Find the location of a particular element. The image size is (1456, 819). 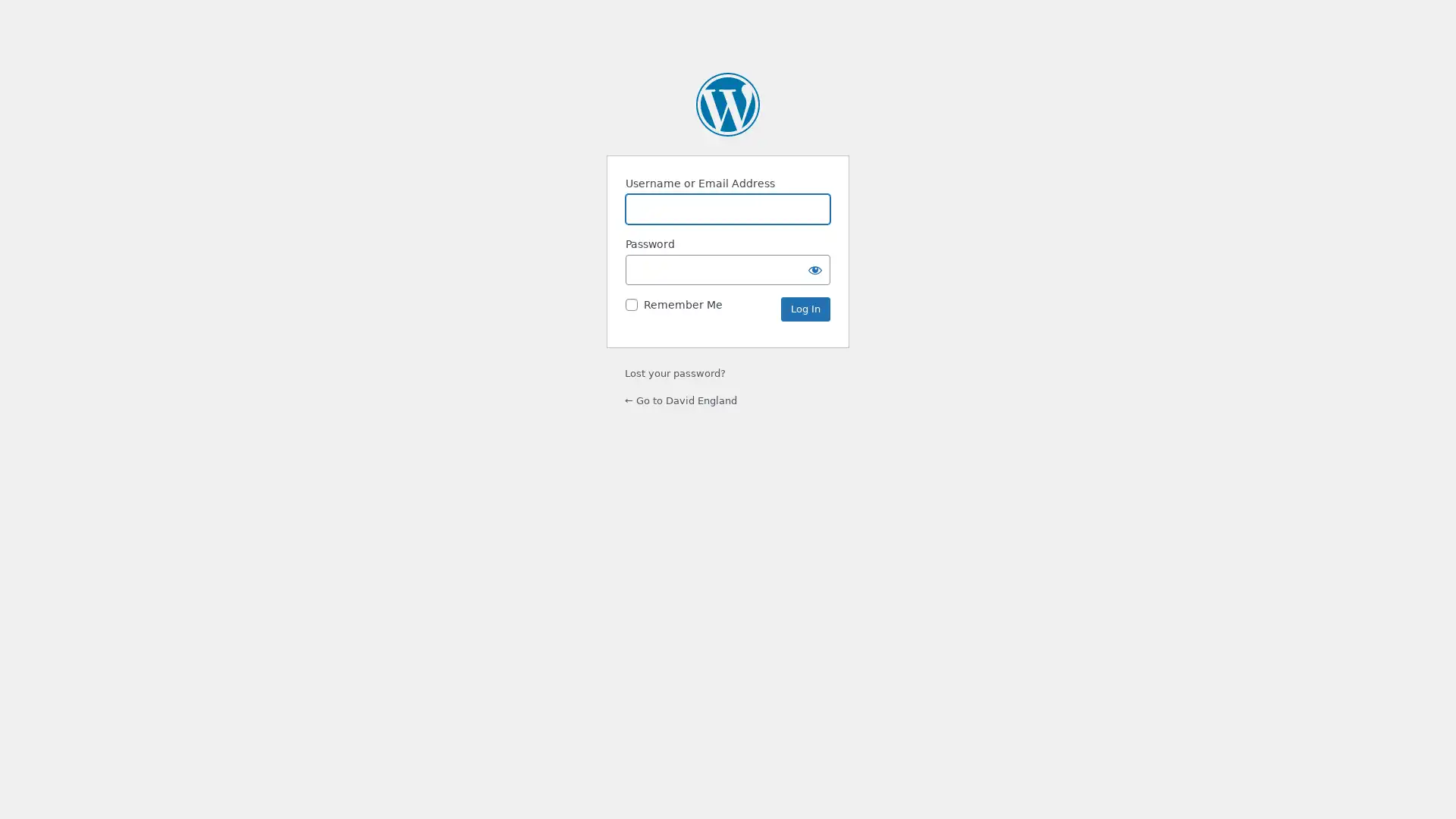

Show password is located at coordinates (814, 268).